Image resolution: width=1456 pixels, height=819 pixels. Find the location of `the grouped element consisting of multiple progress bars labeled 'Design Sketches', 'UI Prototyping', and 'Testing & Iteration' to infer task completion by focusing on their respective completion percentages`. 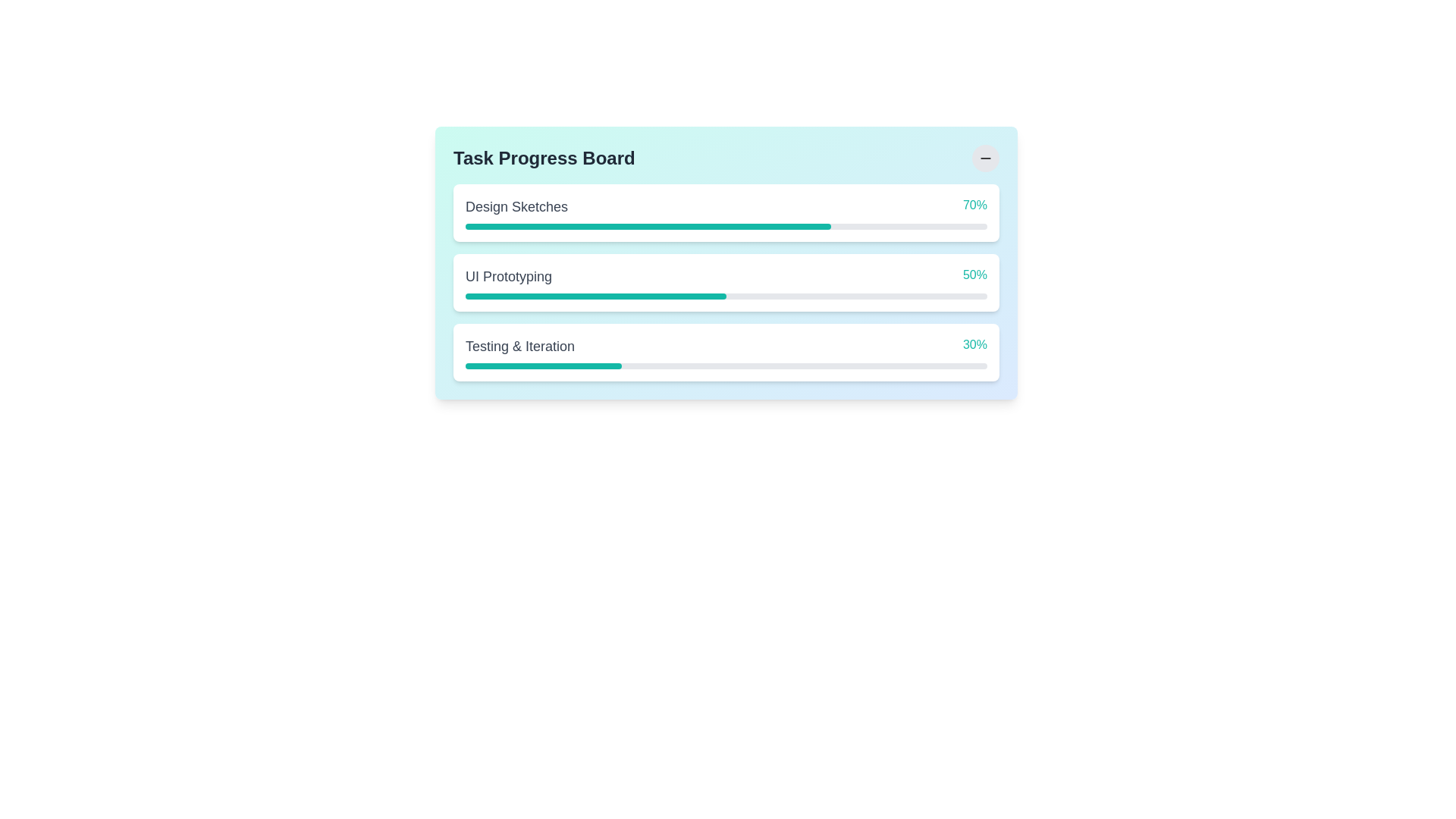

the grouped element consisting of multiple progress bars labeled 'Design Sketches', 'UI Prototyping', and 'Testing & Iteration' to infer task completion by focusing on their respective completion percentages is located at coordinates (726, 283).